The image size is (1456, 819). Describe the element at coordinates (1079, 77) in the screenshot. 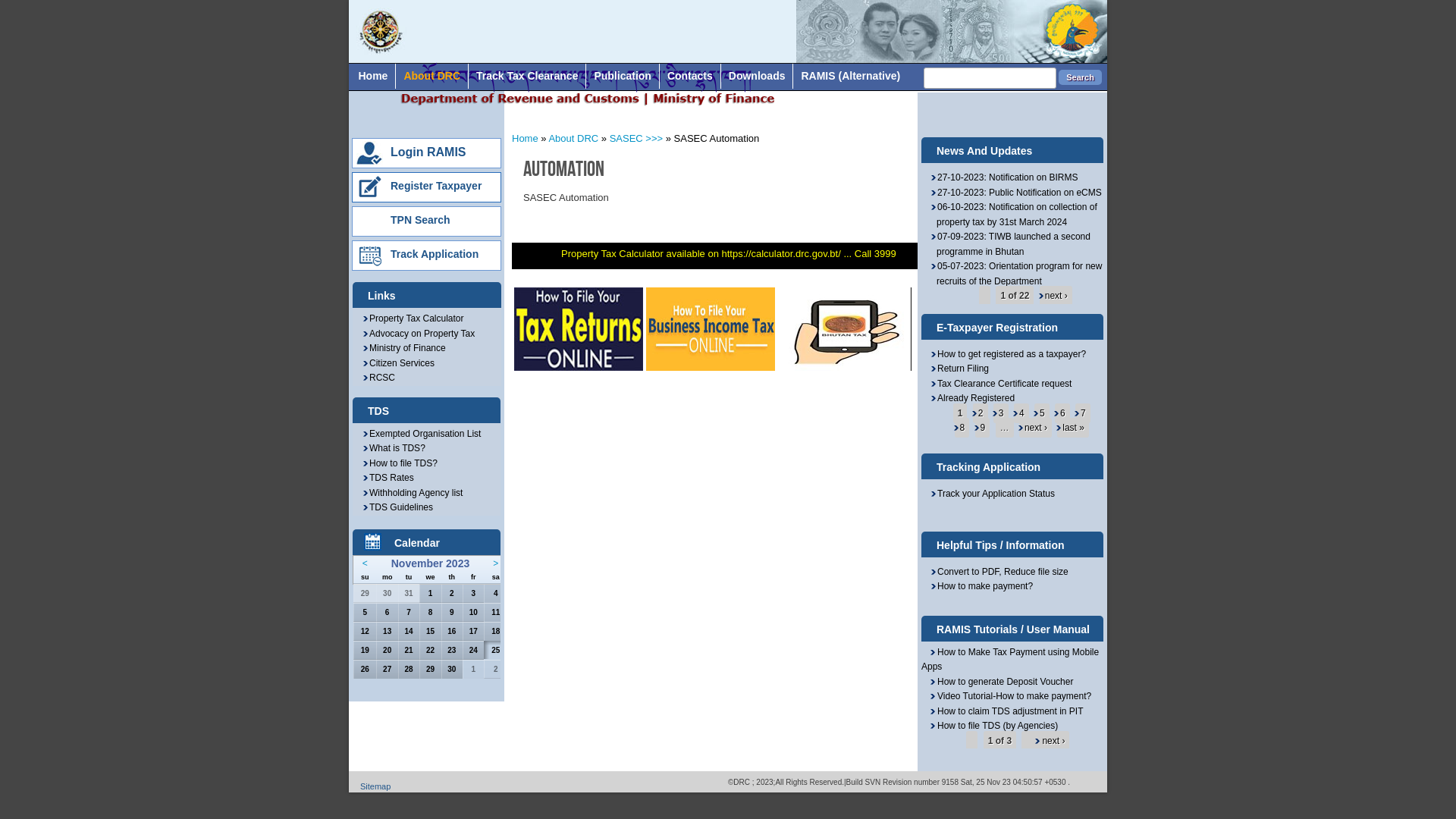

I see `'Search'` at that location.